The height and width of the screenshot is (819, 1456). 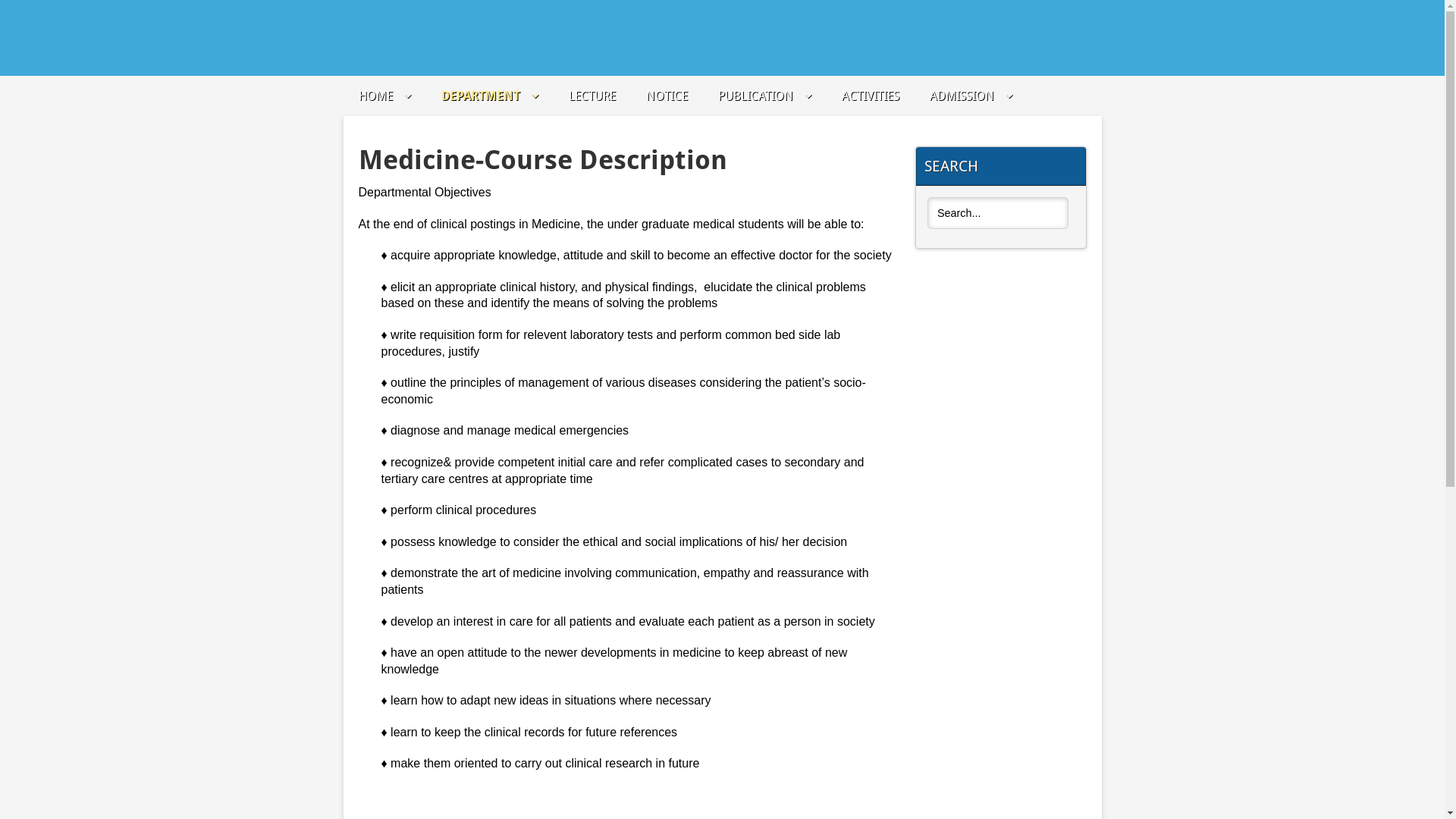 I want to click on 'LECTURE', so click(x=591, y=96).